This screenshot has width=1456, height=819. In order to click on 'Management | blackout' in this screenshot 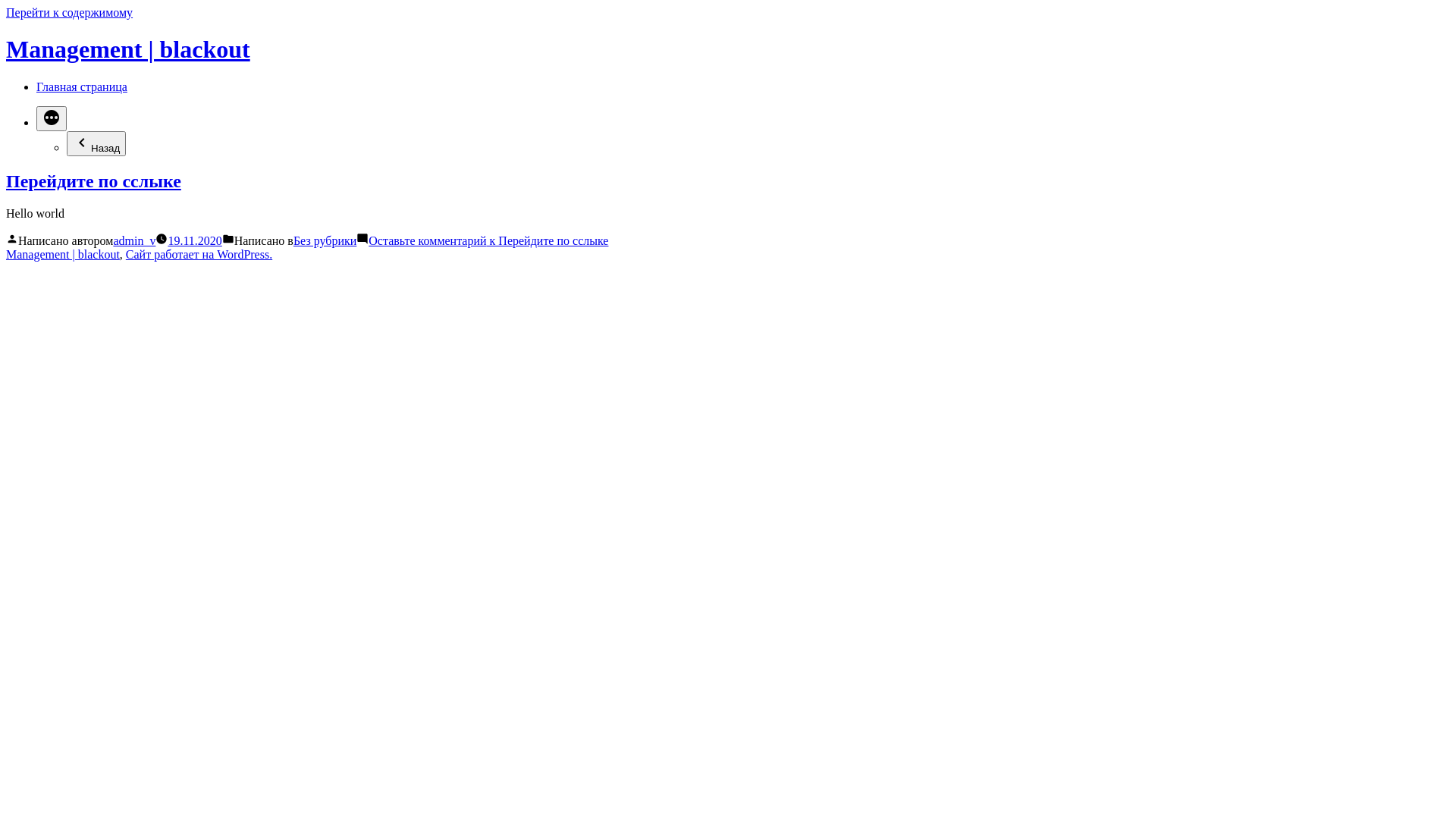, I will do `click(127, 49)`.